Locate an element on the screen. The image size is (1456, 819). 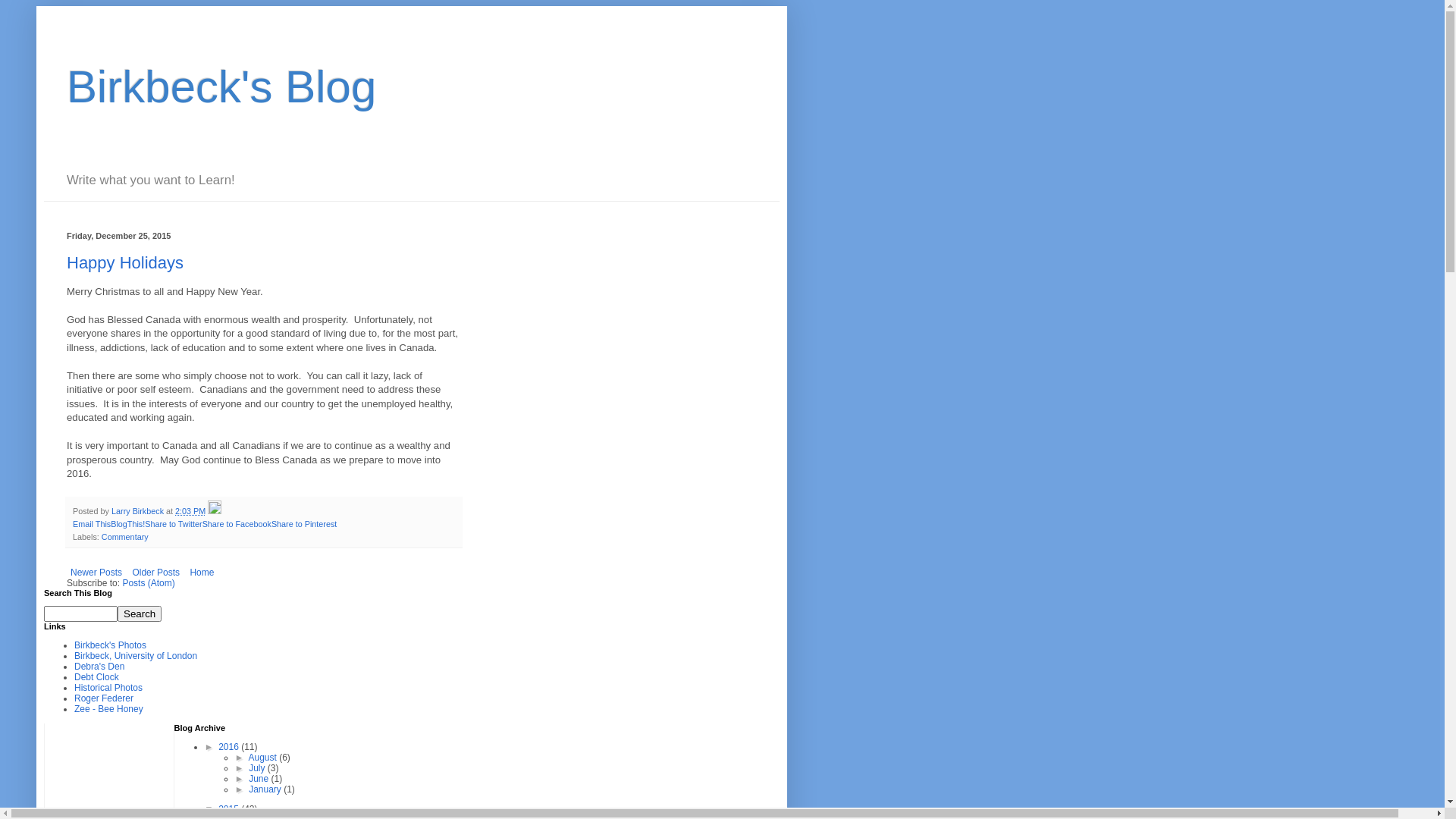
'Share to Twitter' is located at coordinates (173, 522).